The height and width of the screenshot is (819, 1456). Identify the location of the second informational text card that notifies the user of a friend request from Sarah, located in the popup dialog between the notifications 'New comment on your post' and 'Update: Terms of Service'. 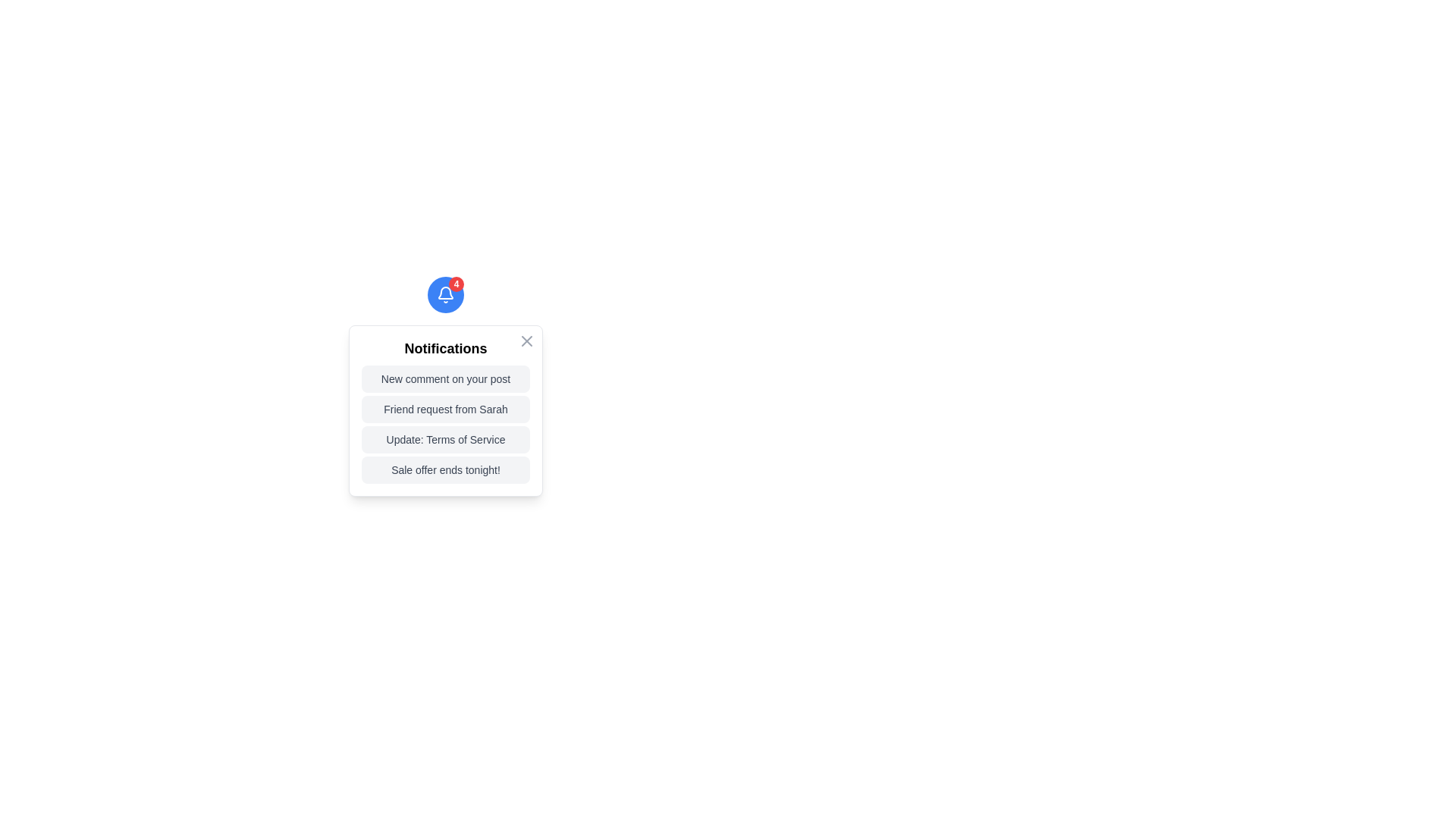
(445, 409).